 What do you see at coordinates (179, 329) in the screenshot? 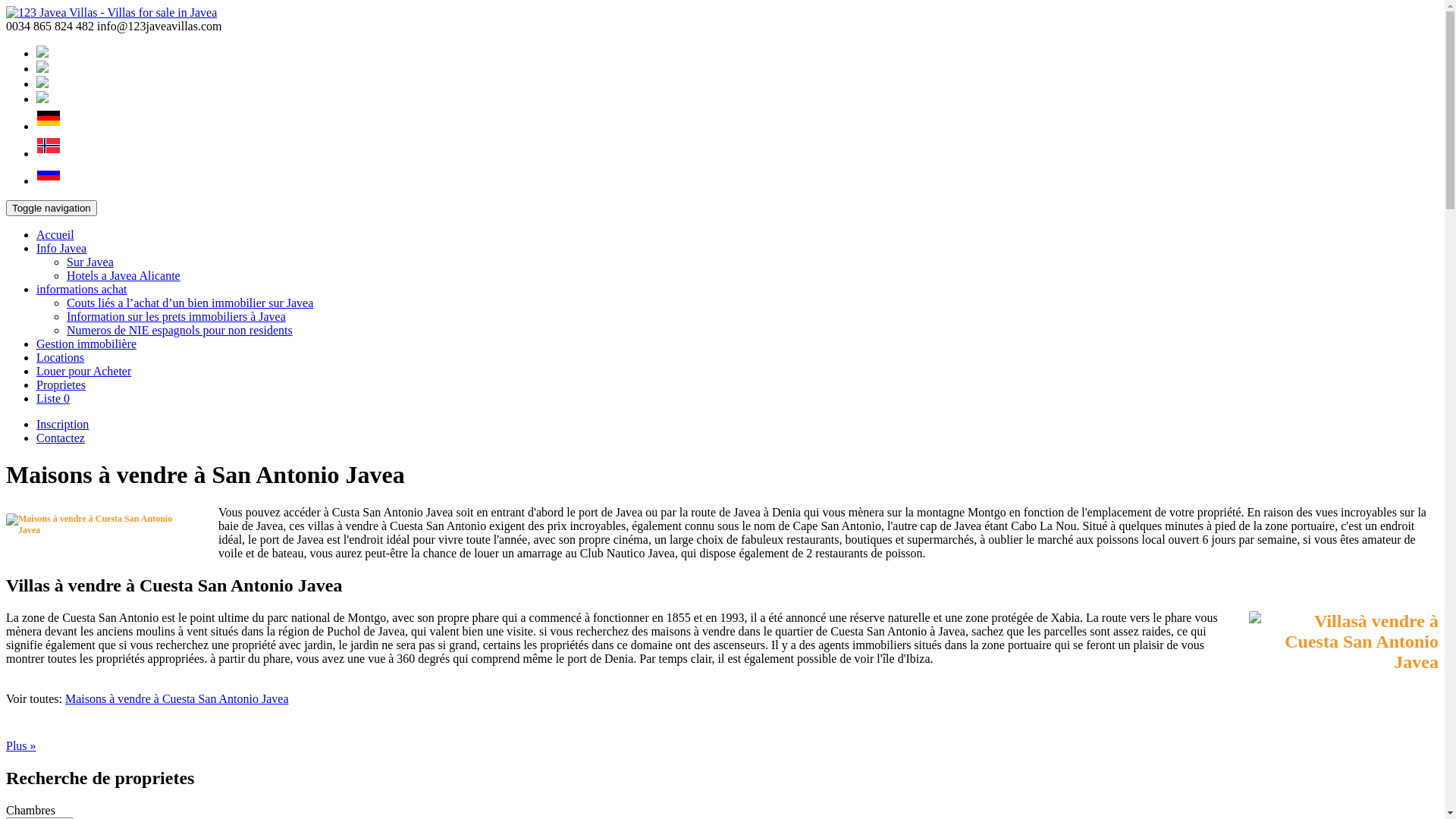
I see `'Numeros de NIE espagnols pour non residents'` at bounding box center [179, 329].